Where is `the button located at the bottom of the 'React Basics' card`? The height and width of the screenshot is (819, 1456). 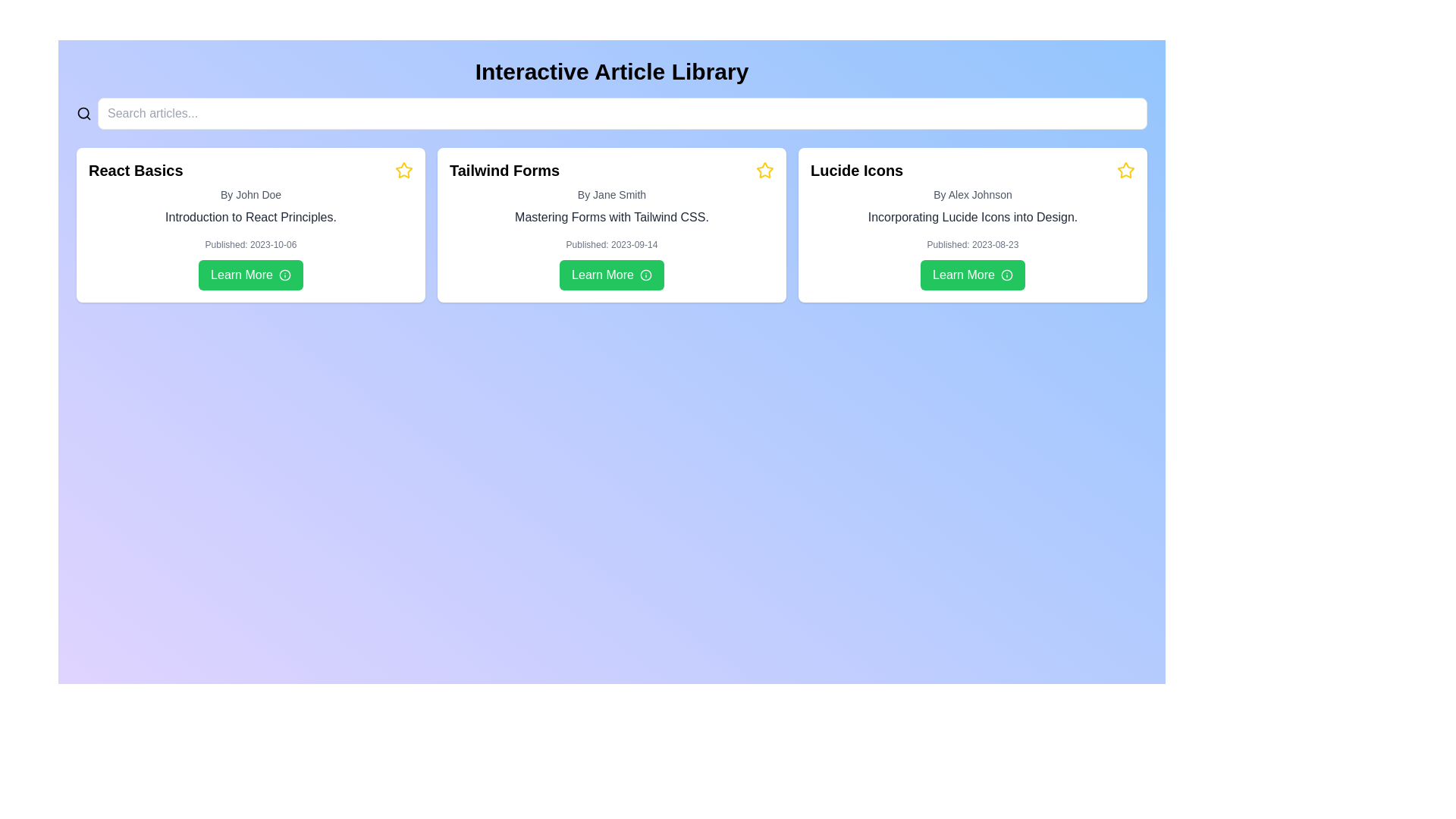 the button located at the bottom of the 'React Basics' card is located at coordinates (251, 275).